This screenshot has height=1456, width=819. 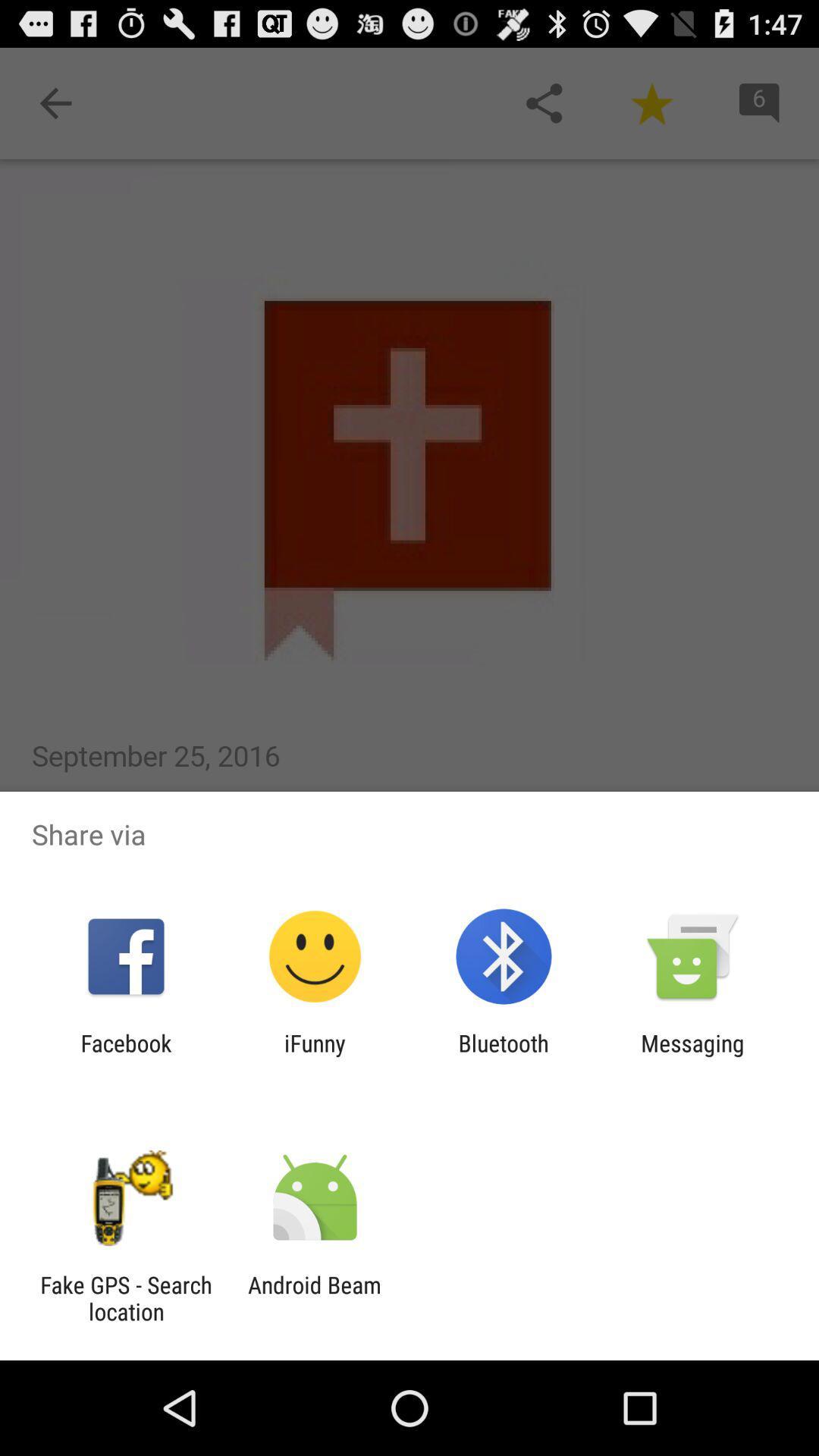 What do you see at coordinates (692, 1056) in the screenshot?
I see `item next to the bluetooth item` at bounding box center [692, 1056].